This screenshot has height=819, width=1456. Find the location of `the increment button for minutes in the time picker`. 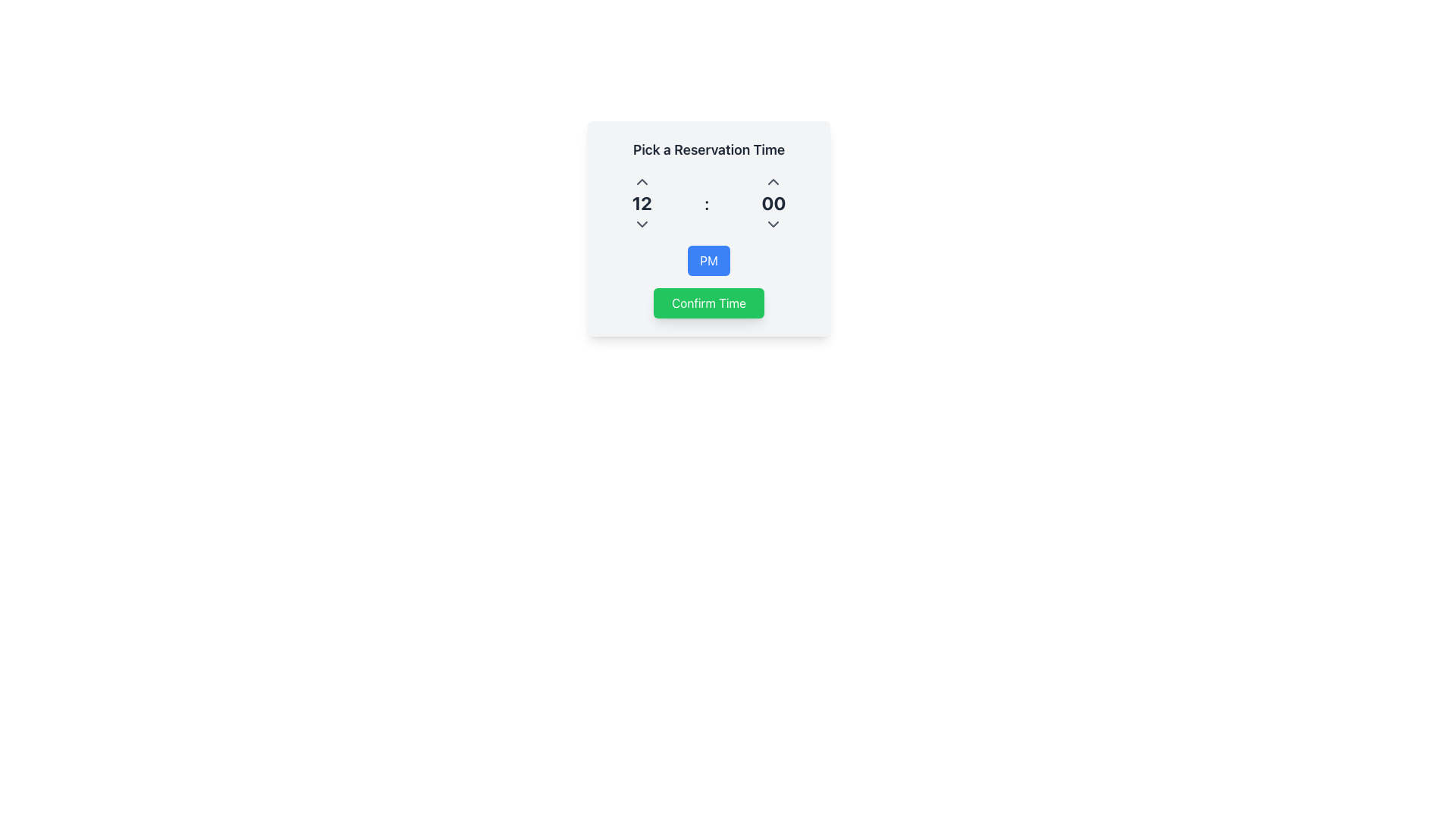

the increment button for minutes in the time picker is located at coordinates (773, 180).